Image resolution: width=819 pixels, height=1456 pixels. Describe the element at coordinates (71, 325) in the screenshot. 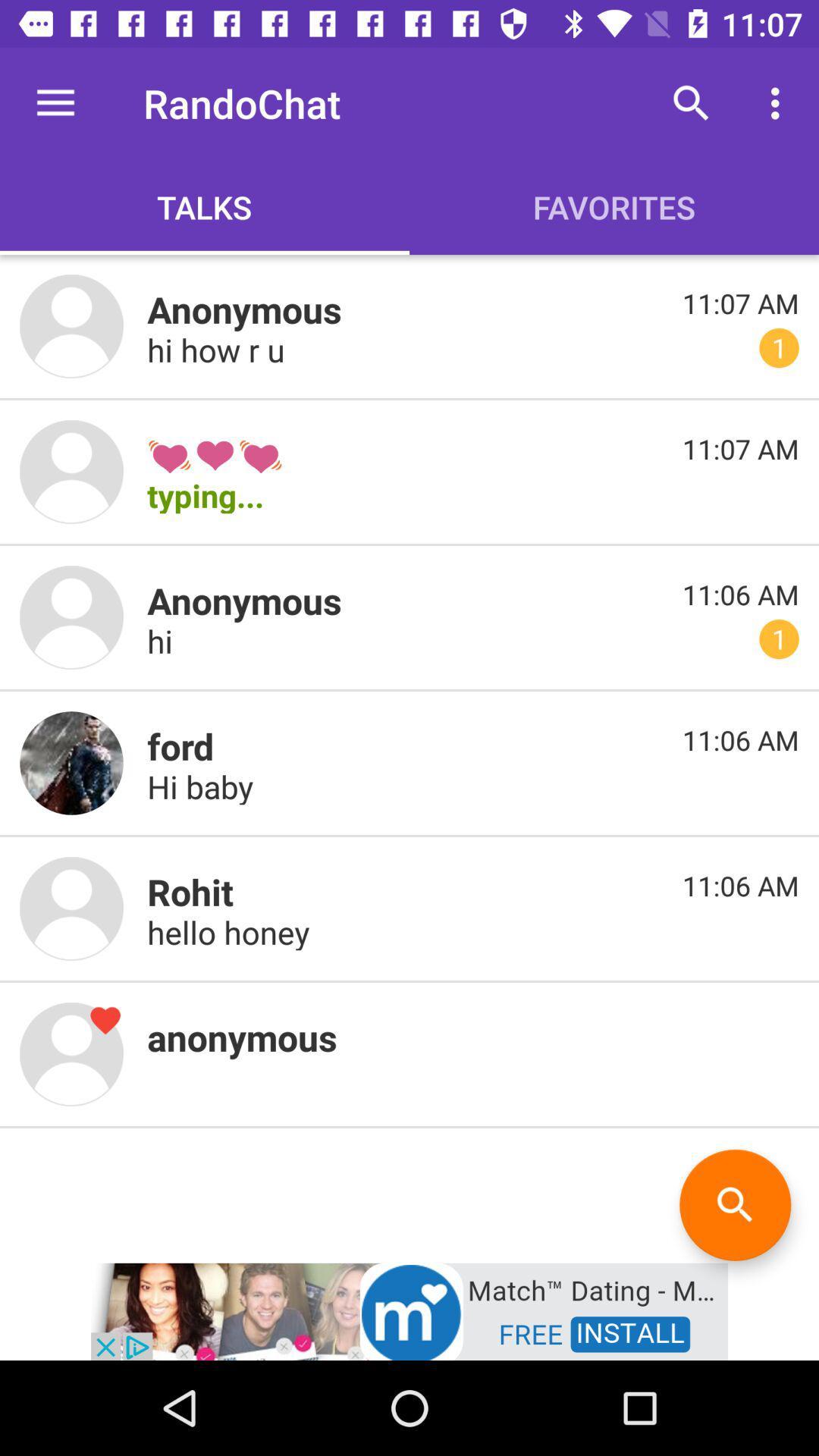

I see `view profile picture` at that location.